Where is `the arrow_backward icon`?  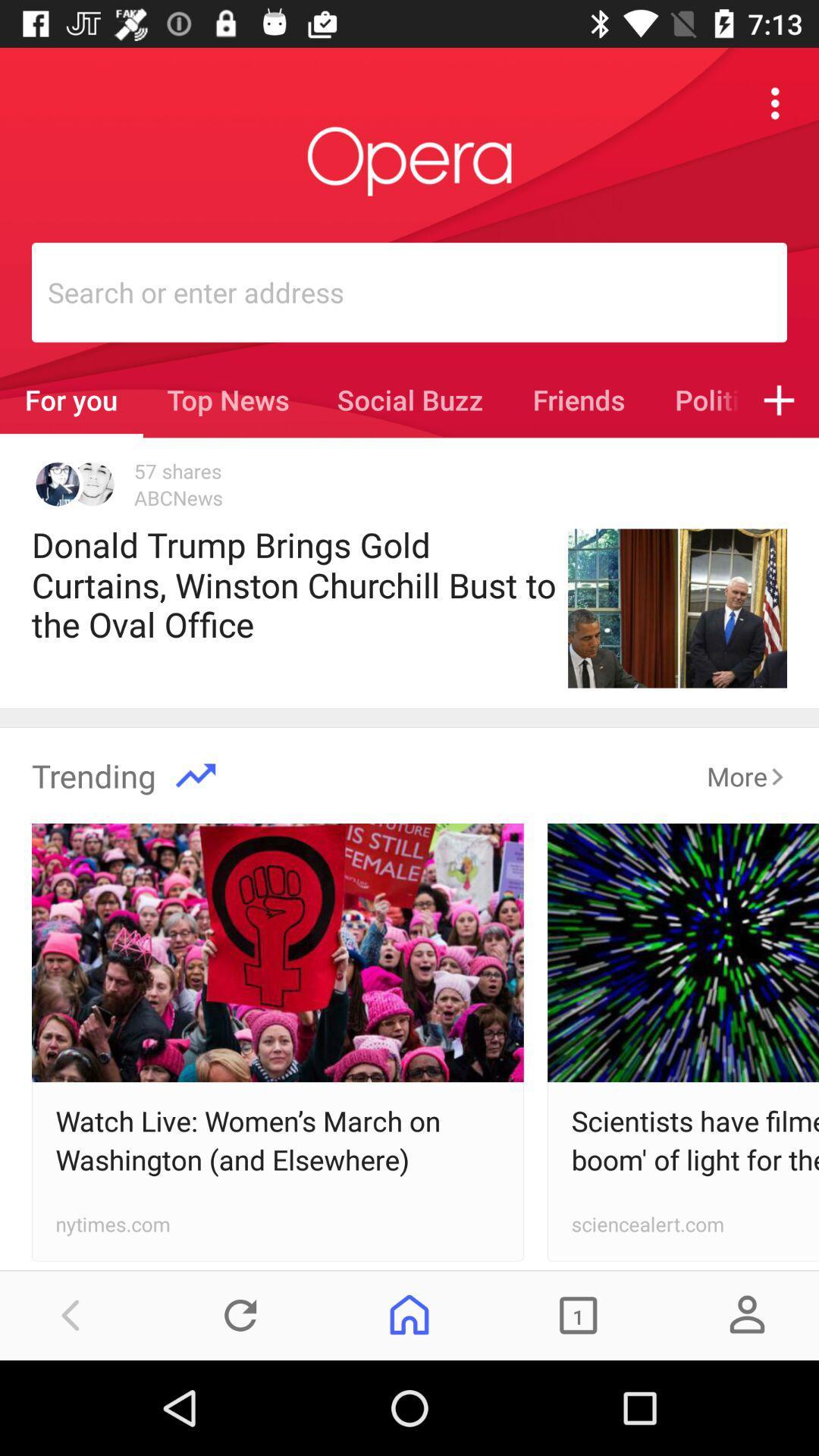
the arrow_backward icon is located at coordinates (71, 1314).